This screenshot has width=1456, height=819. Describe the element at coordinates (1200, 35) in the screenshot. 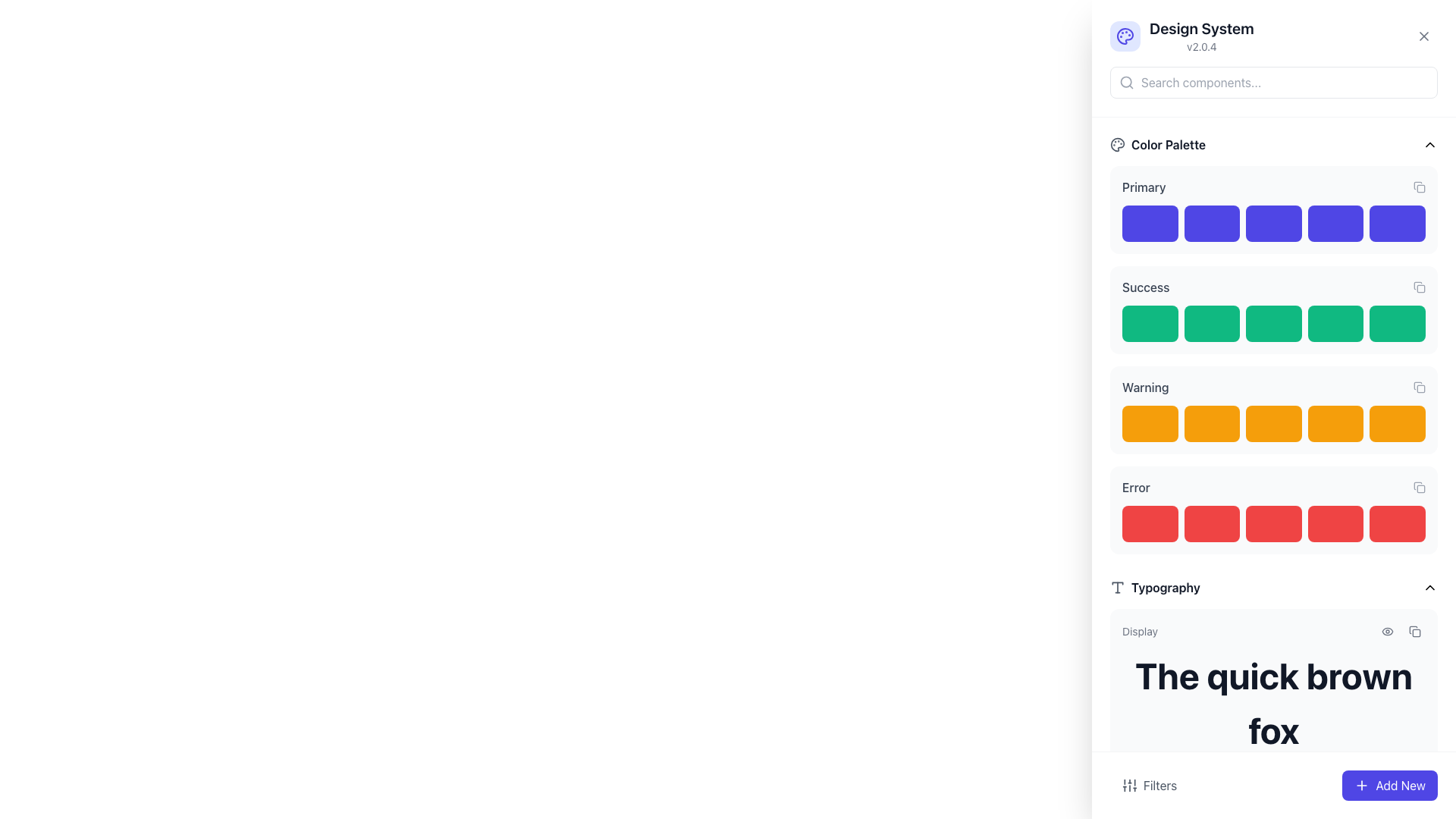

I see `the system information Text label located near the top-right corner of the interface, which serves as a header for adjacent UI components` at that location.